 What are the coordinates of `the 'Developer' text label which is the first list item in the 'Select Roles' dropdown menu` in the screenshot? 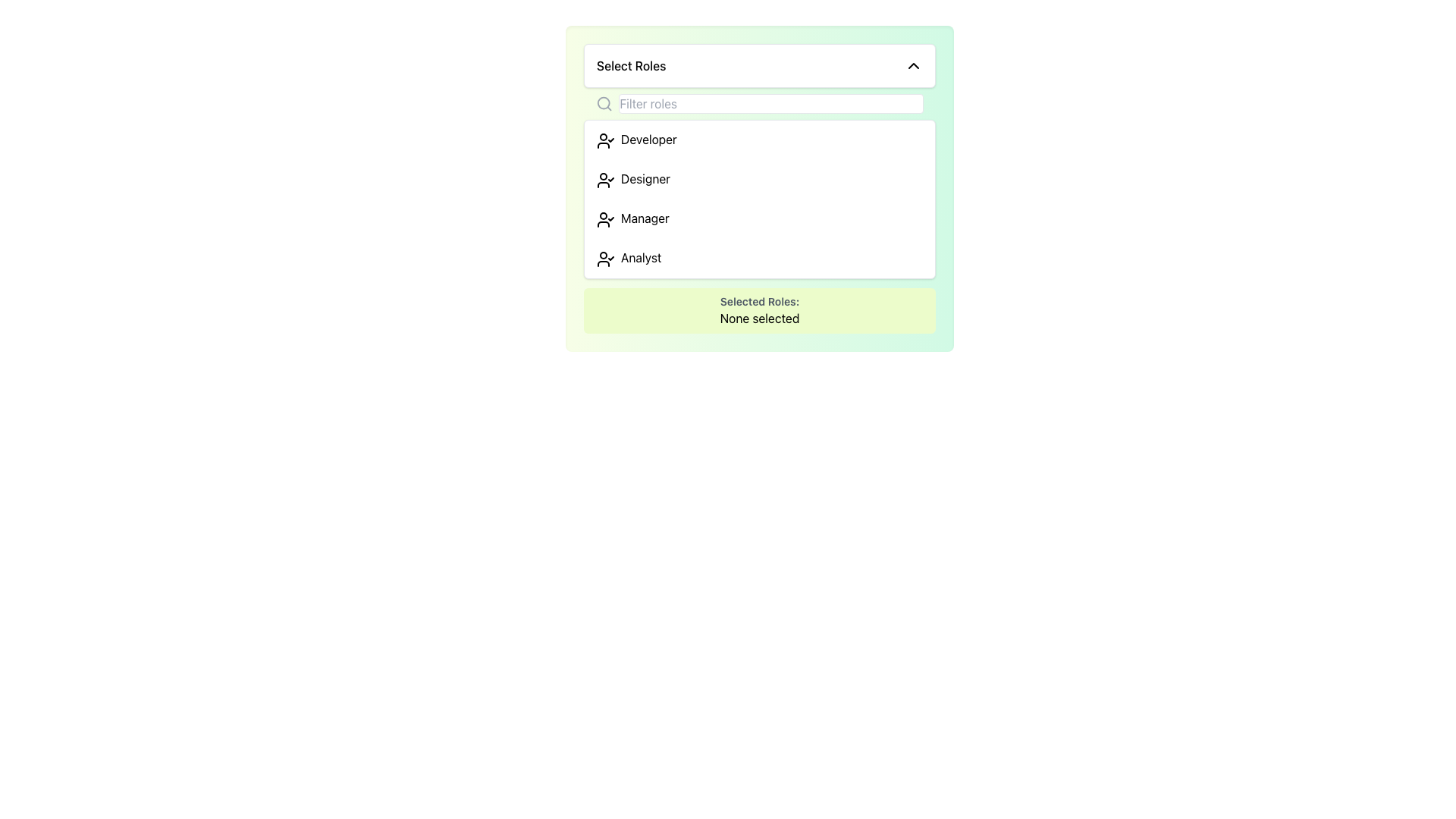 It's located at (636, 140).